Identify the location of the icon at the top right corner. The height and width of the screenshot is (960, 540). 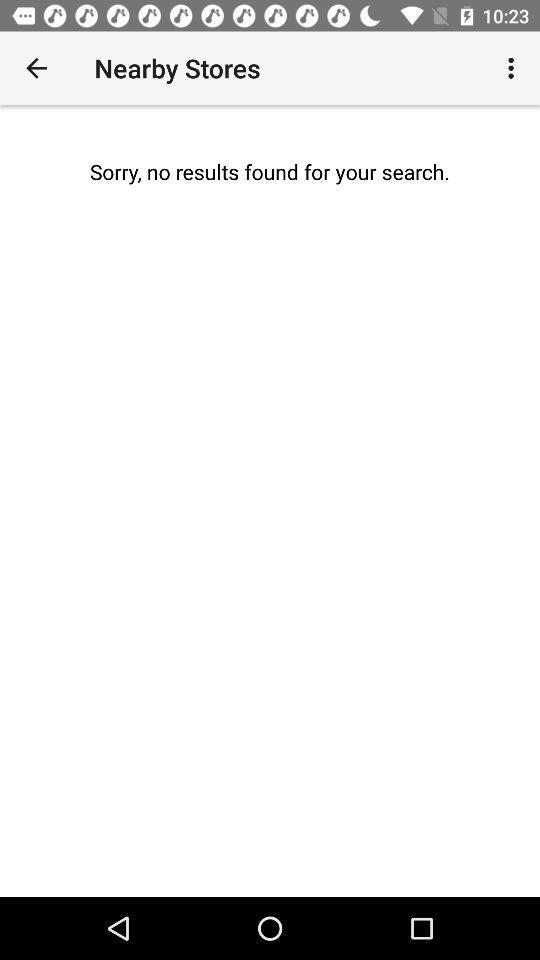
(513, 68).